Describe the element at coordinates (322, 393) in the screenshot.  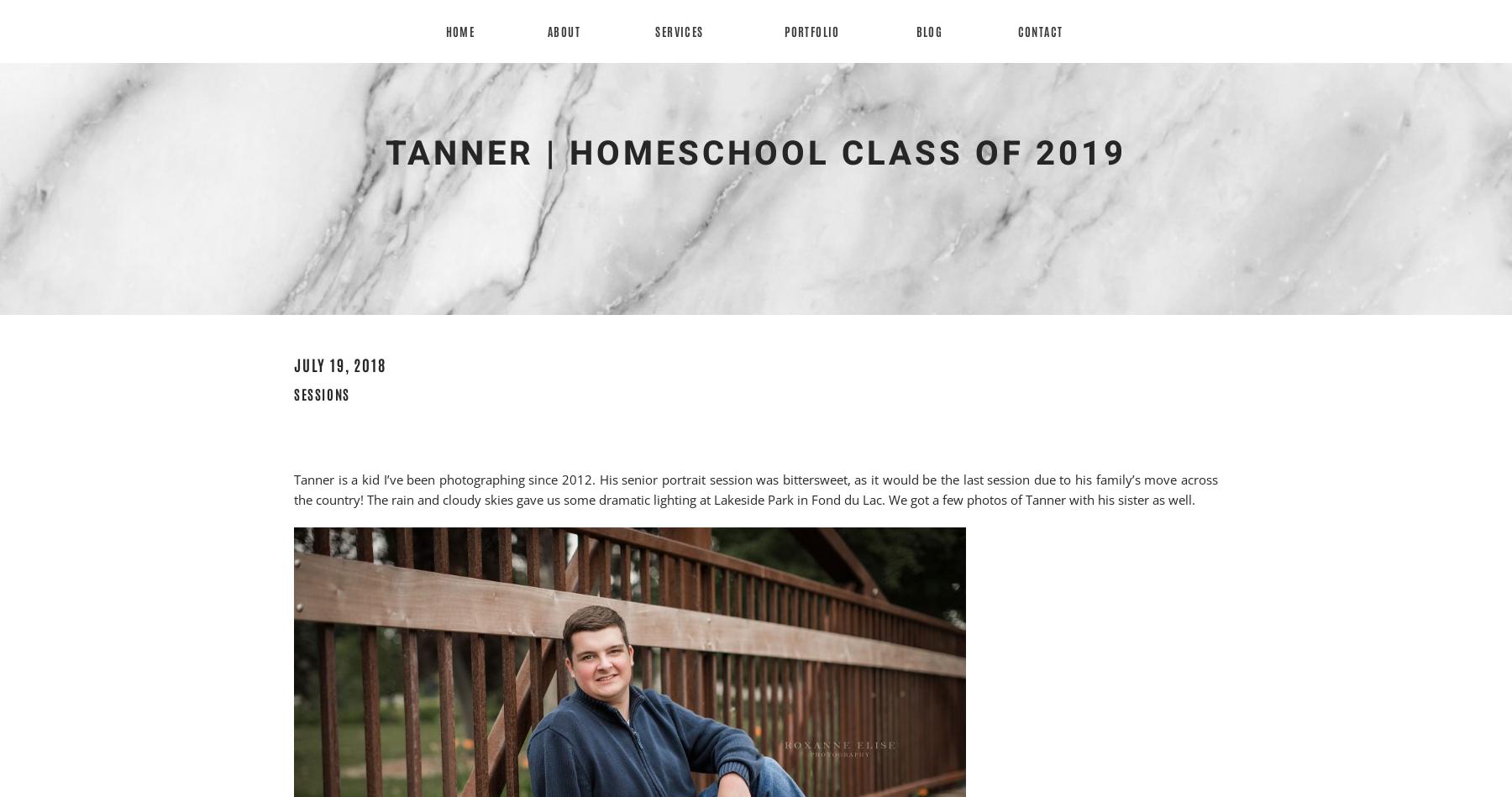
I see `'Sessions'` at that location.